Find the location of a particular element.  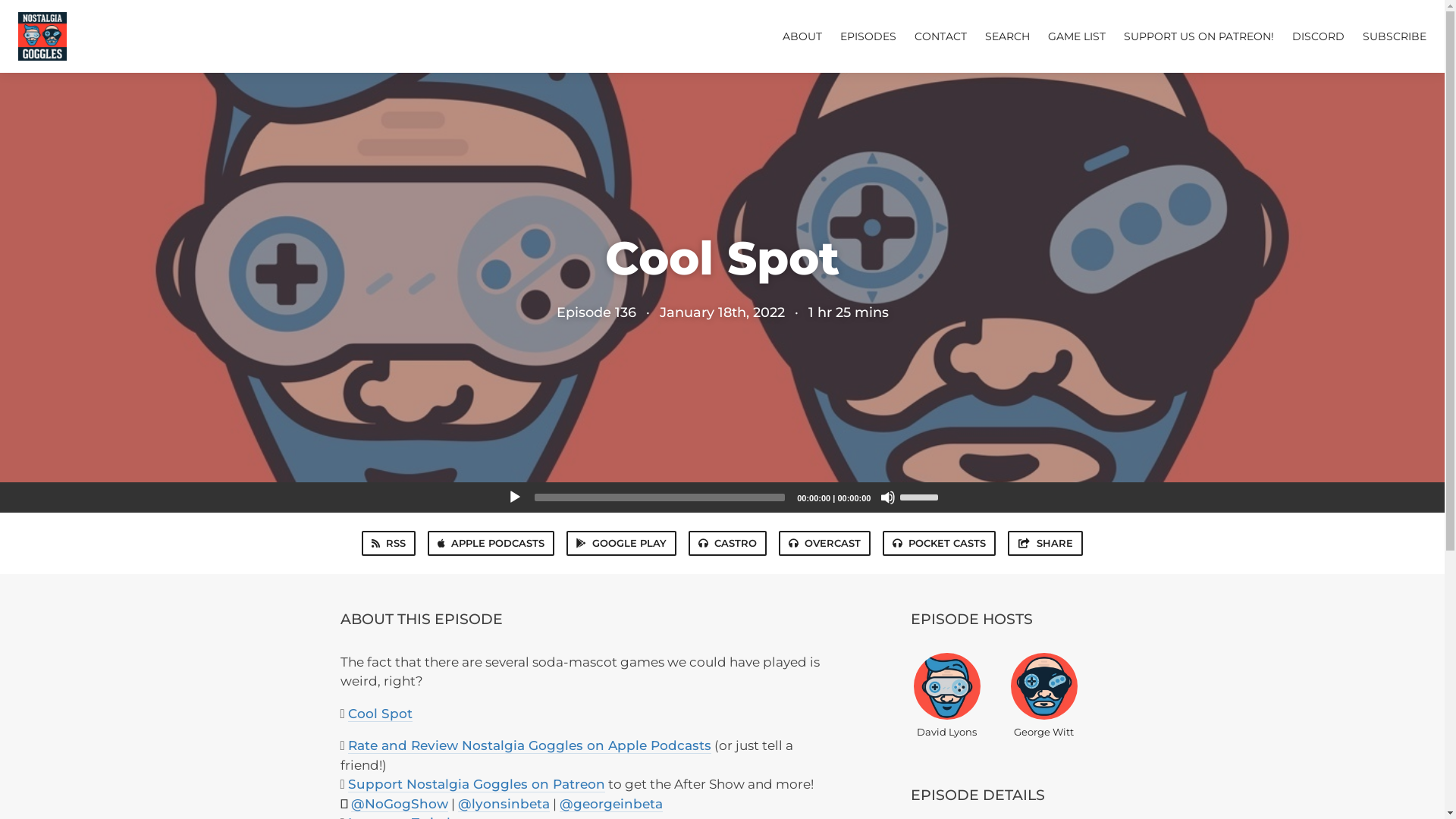

'SUPPORT US ON PATREON!' is located at coordinates (1124, 35).